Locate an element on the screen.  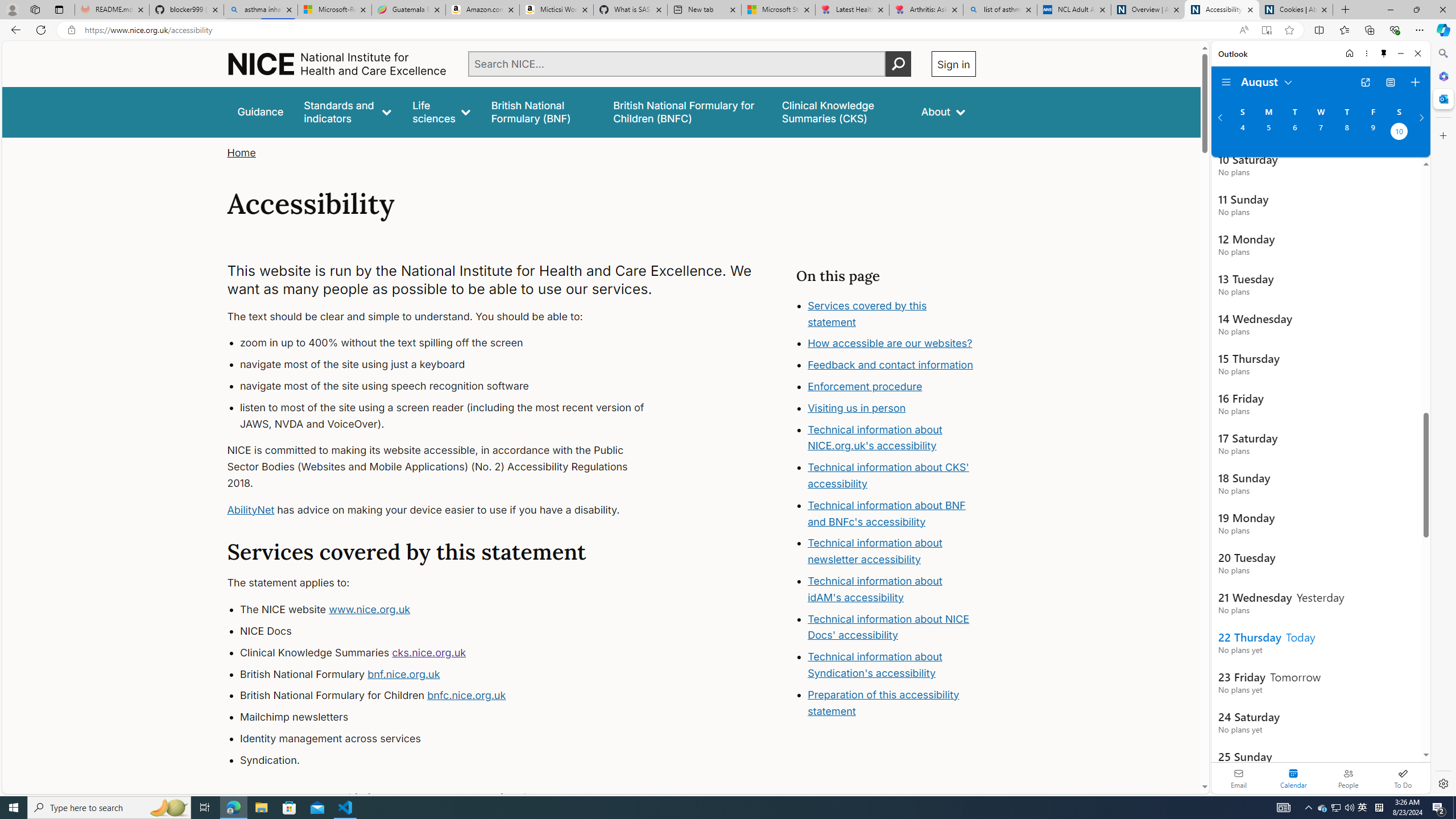
'Friday, August 9, 2024. ' is located at coordinates (1372, 133).